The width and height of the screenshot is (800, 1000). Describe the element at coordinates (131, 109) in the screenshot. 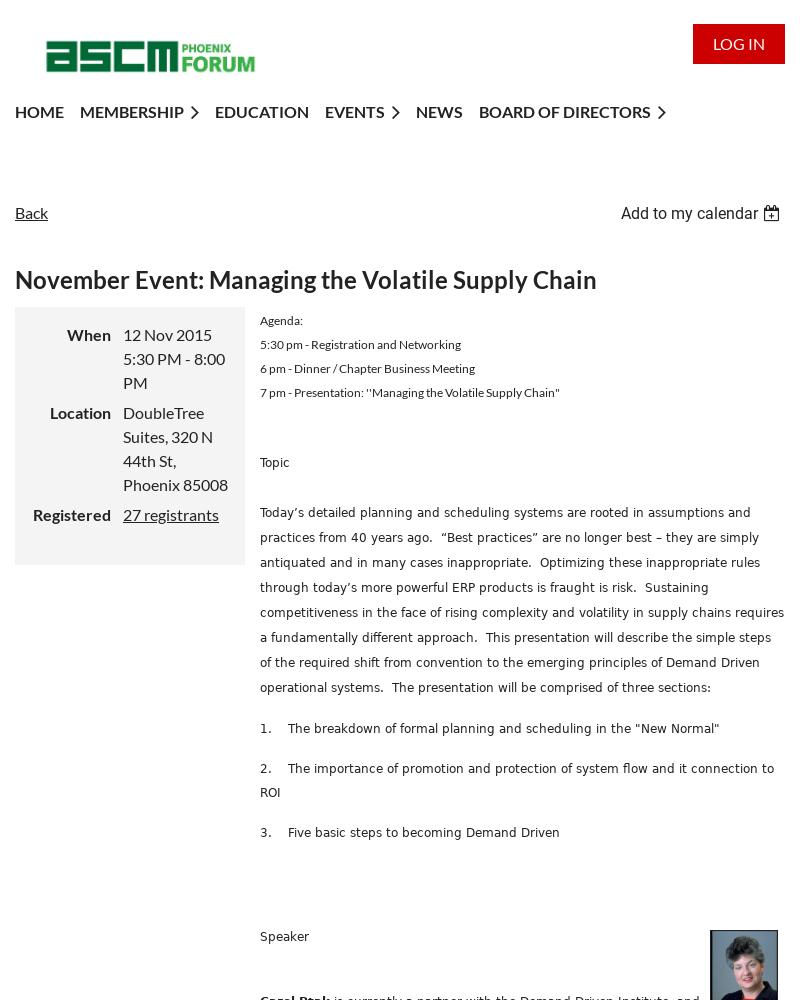

I see `'Membership'` at that location.